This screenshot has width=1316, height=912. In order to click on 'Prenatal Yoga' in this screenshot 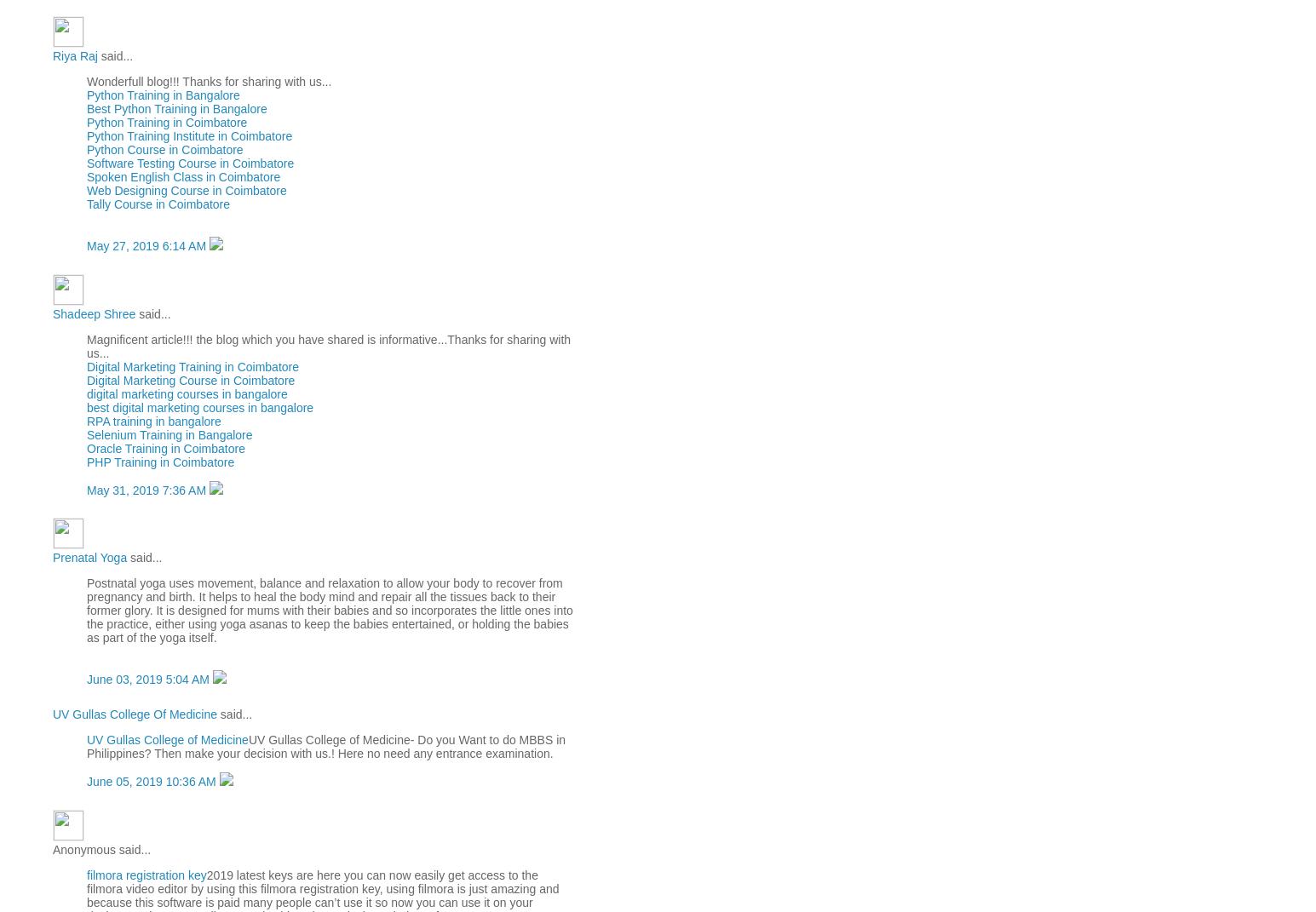, I will do `click(89, 557)`.